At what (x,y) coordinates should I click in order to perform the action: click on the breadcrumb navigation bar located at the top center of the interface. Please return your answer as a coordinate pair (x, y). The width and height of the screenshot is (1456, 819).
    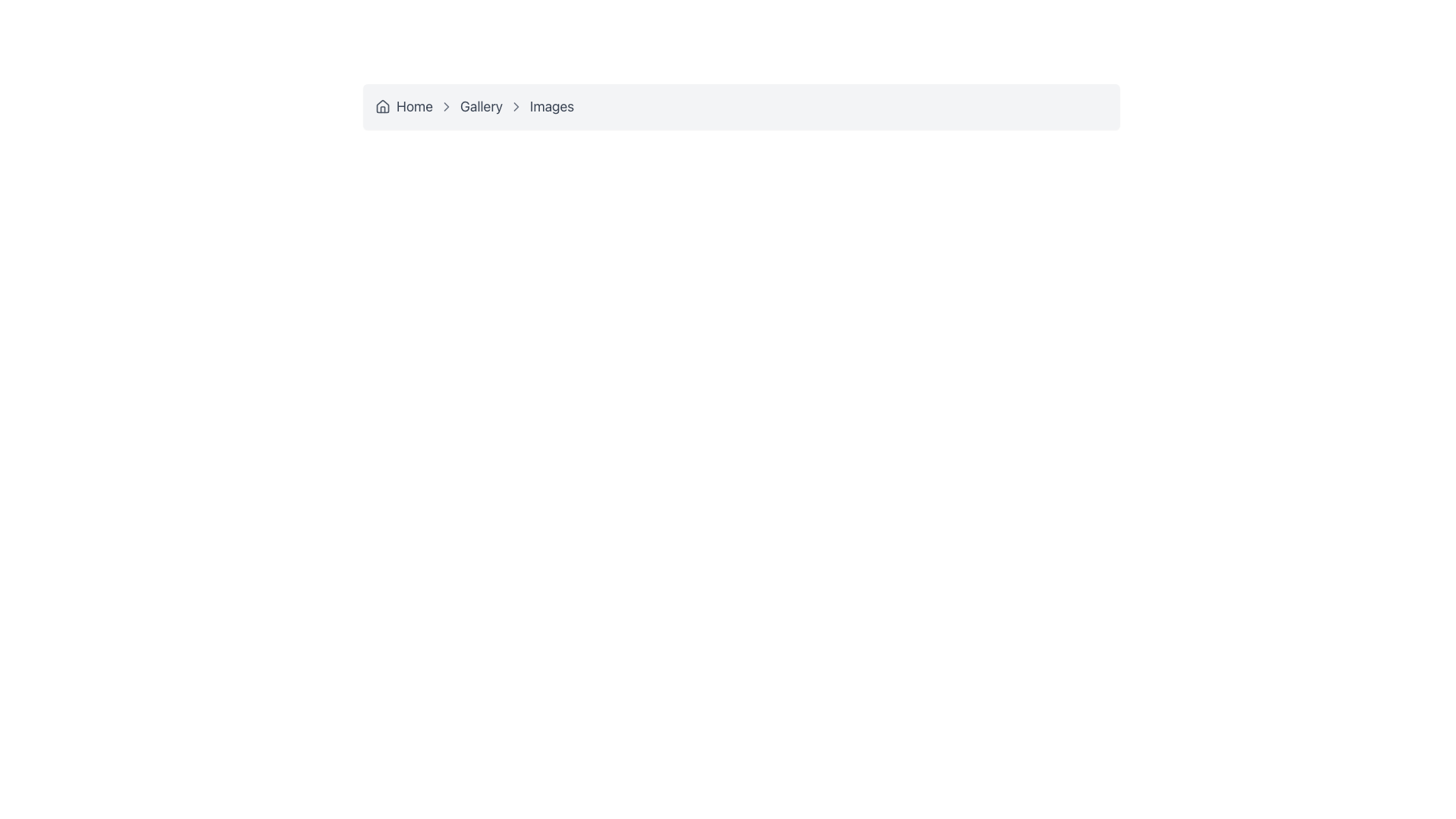
    Looking at the image, I should click on (742, 106).